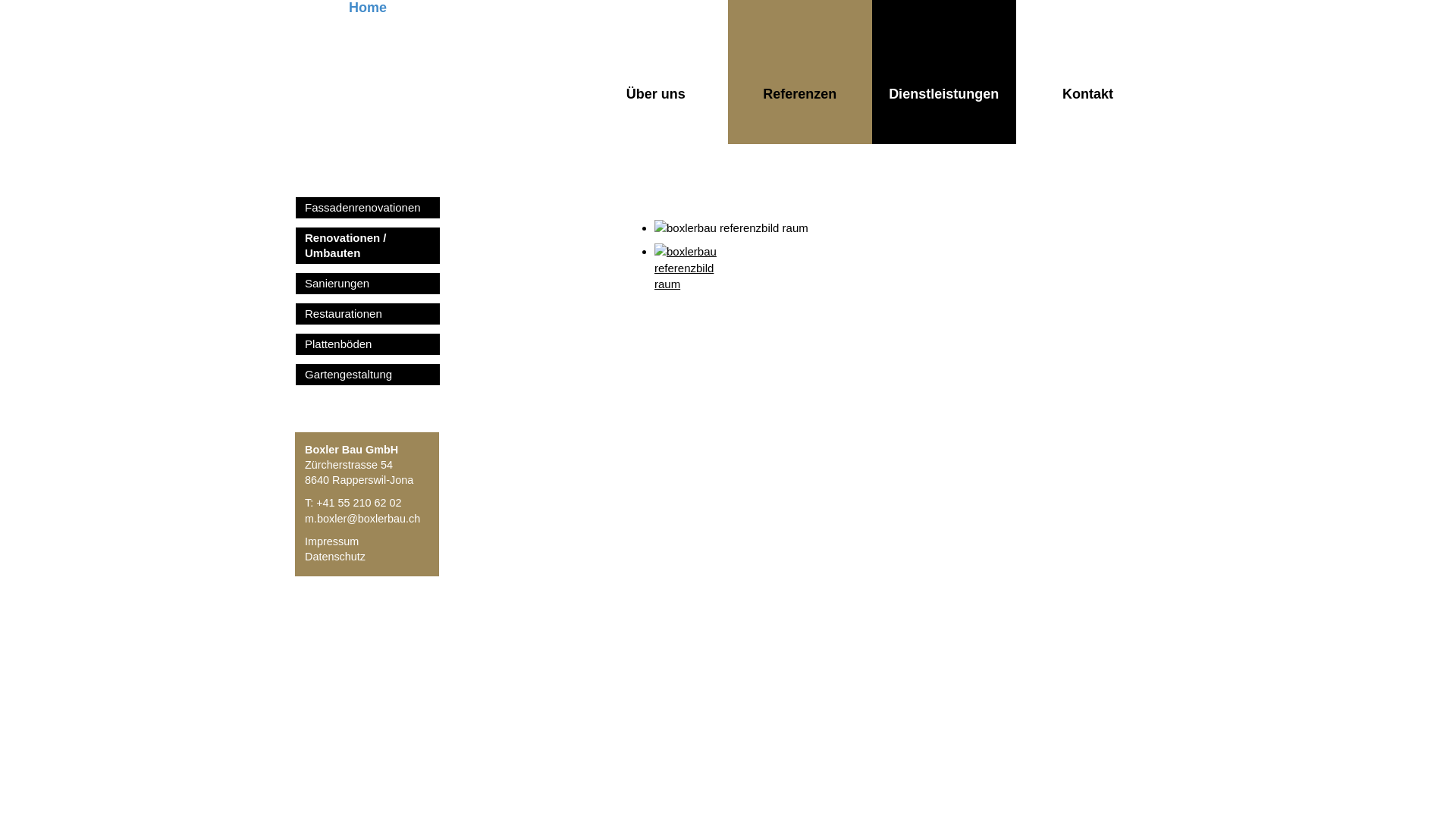  What do you see at coordinates (295, 72) in the screenshot?
I see `'Home'` at bounding box center [295, 72].